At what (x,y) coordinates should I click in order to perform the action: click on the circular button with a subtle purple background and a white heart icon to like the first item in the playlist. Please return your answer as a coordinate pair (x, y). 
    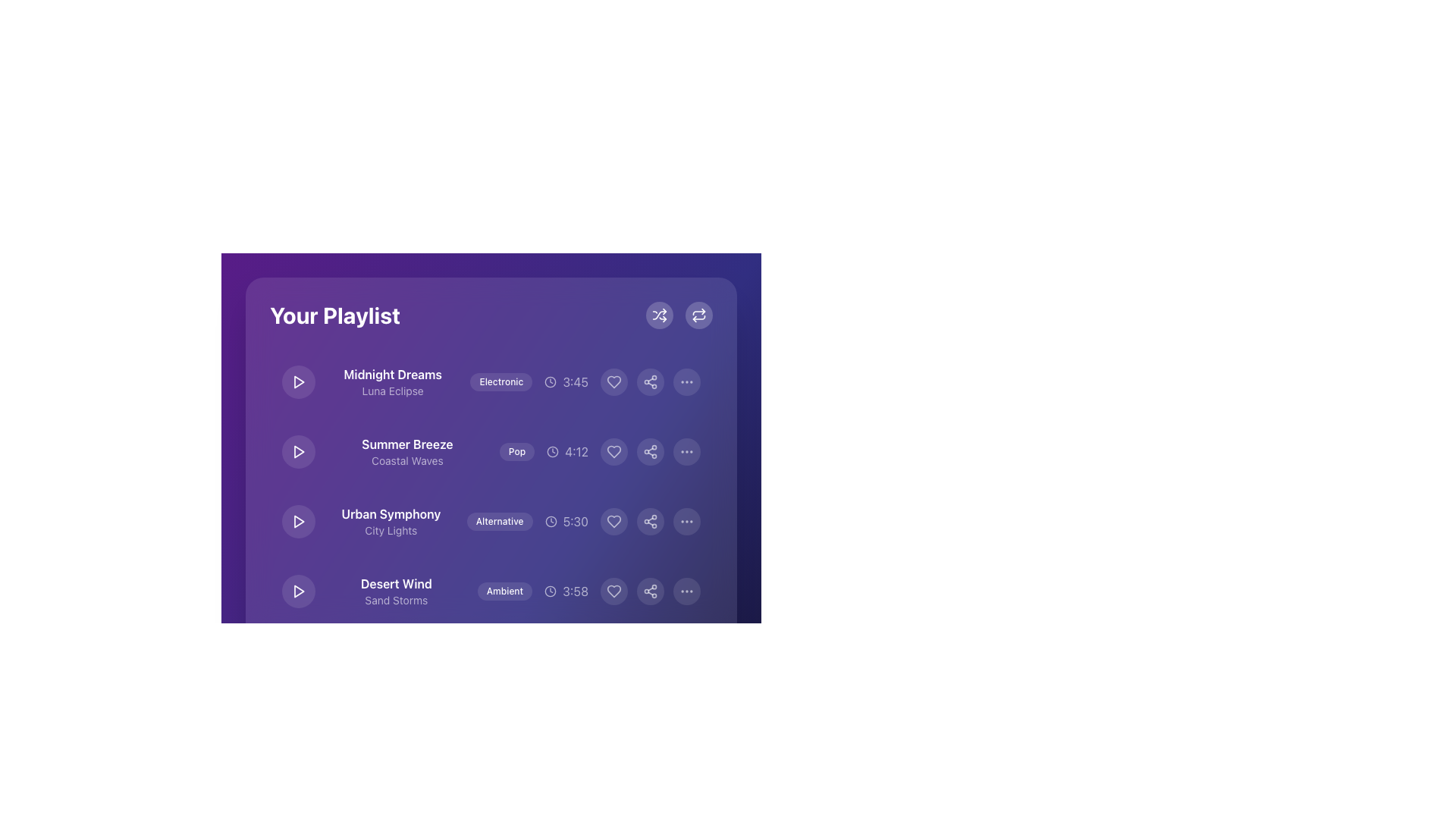
    Looking at the image, I should click on (614, 381).